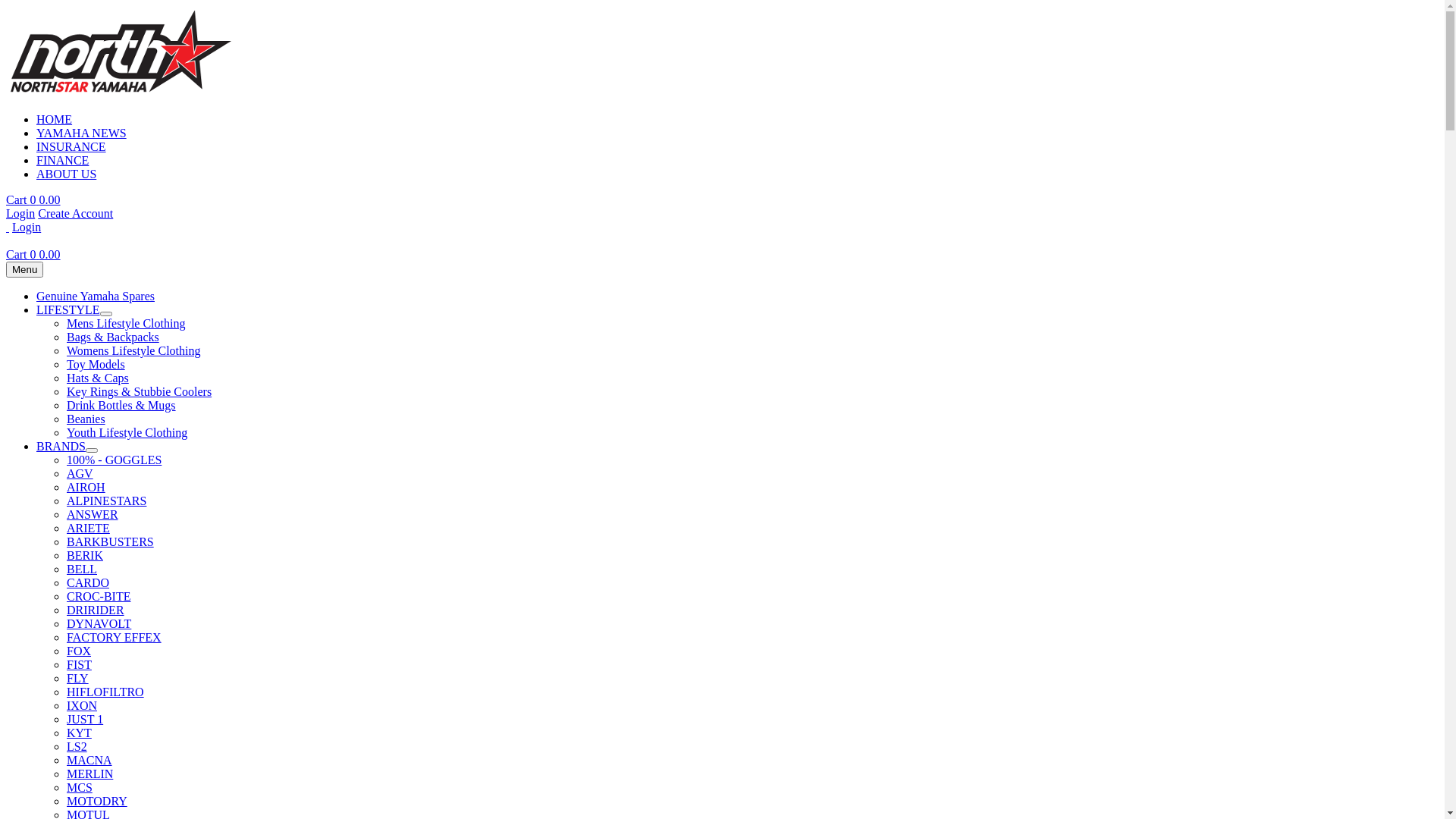 The height and width of the screenshot is (819, 1456). What do you see at coordinates (67, 309) in the screenshot?
I see `'LIFESTYLE'` at bounding box center [67, 309].